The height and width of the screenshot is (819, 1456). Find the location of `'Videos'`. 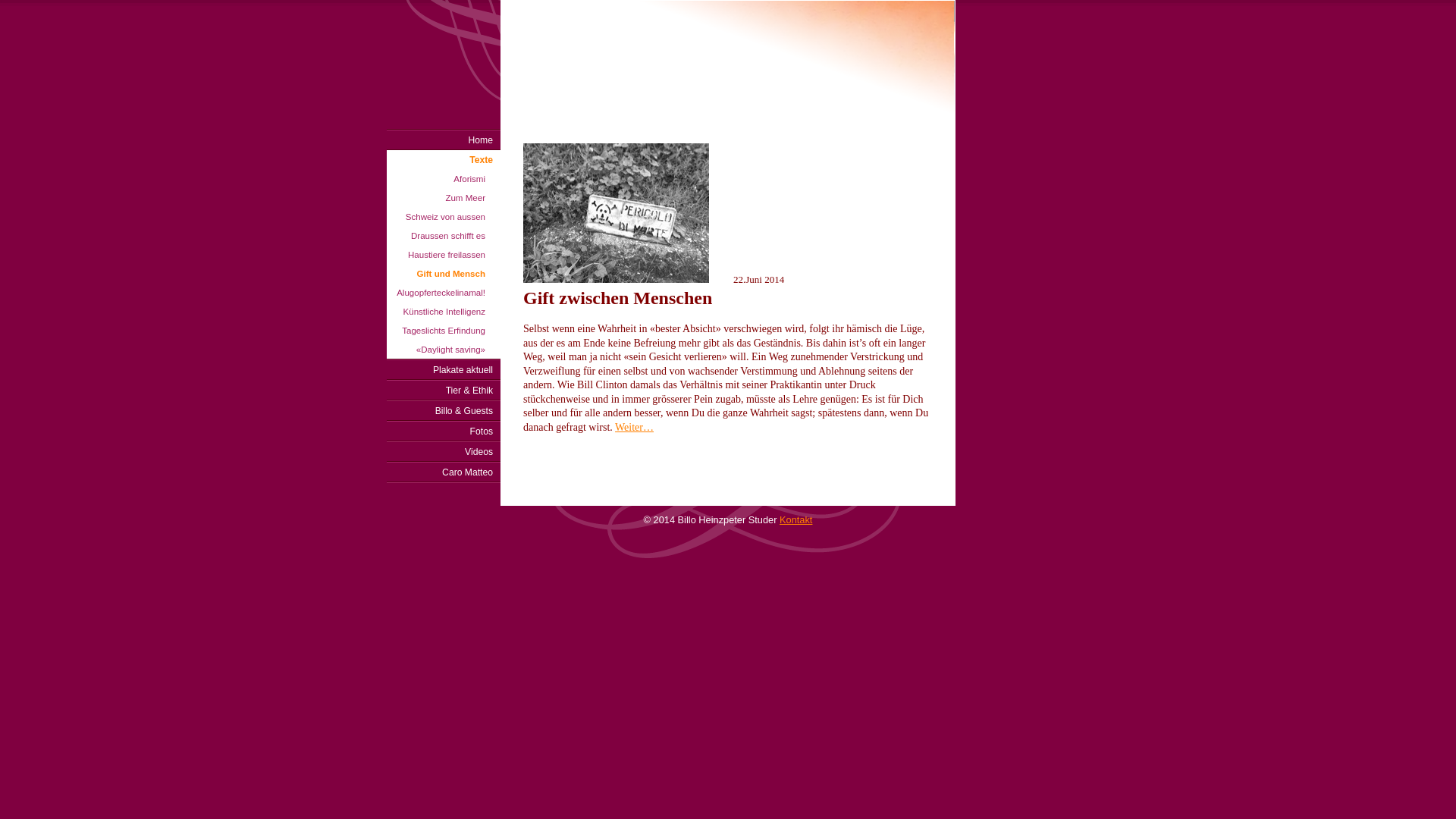

'Videos' is located at coordinates (443, 450).